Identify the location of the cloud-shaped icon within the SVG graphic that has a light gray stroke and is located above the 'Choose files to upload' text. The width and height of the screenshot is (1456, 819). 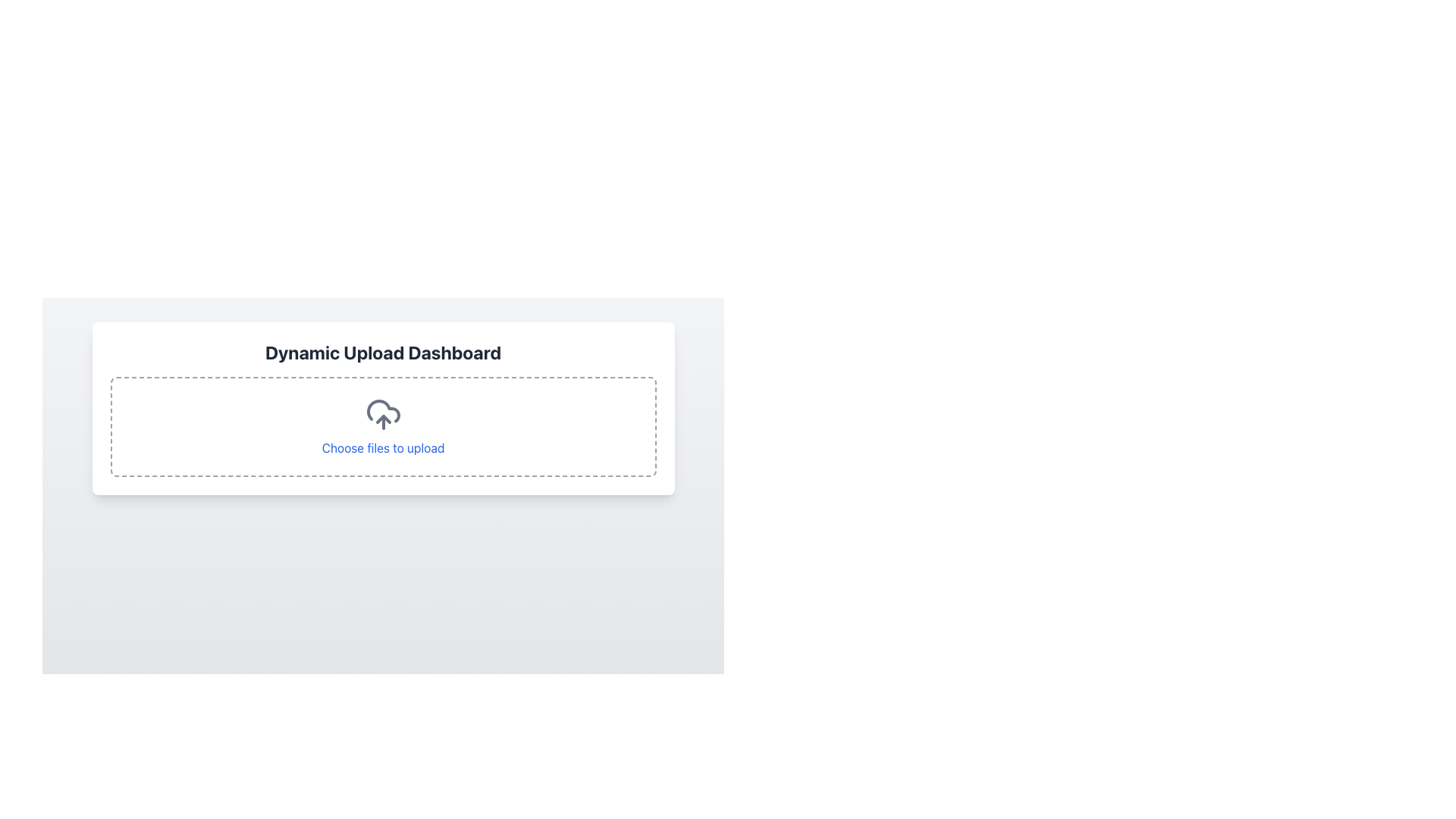
(383, 411).